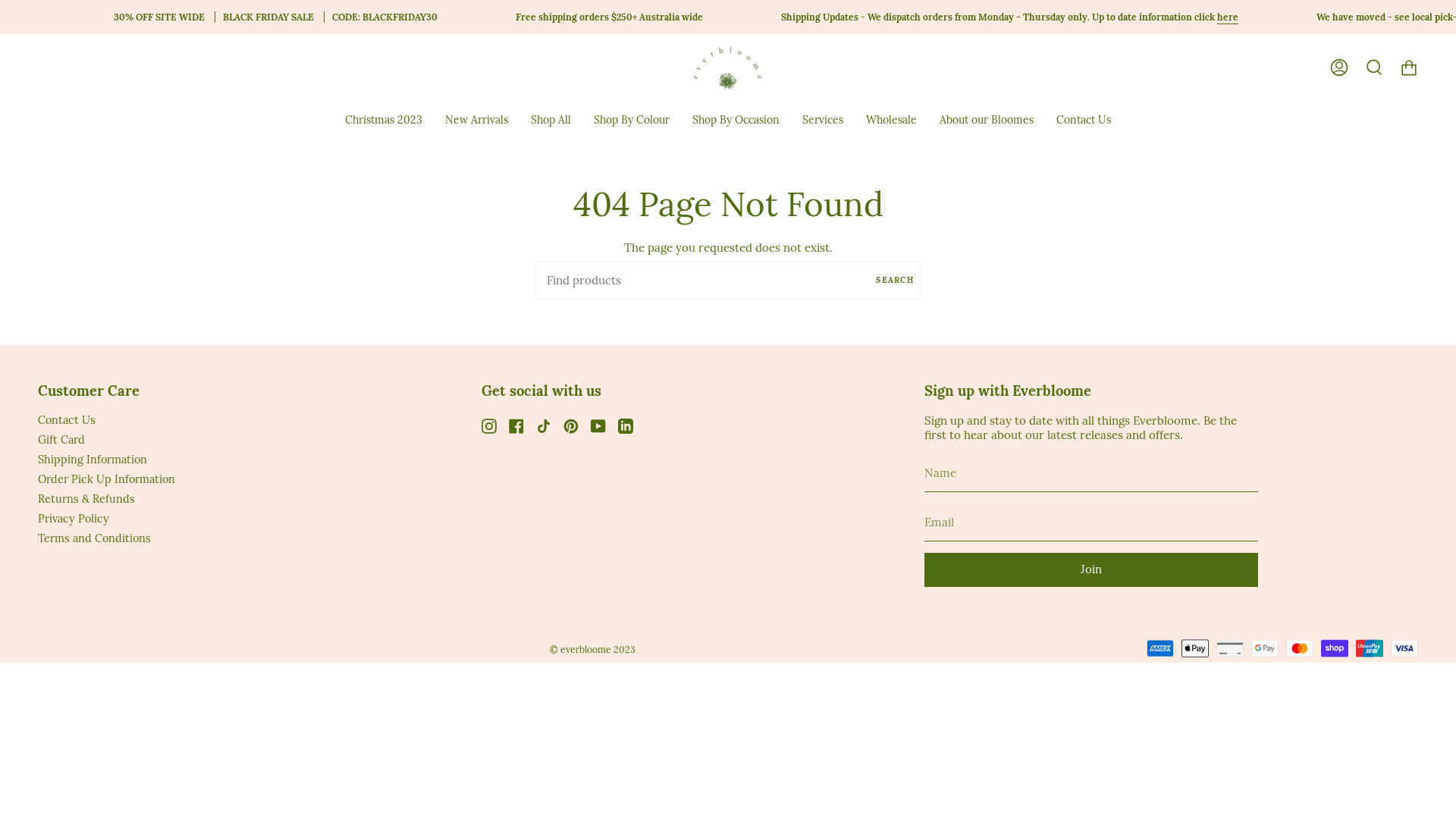 This screenshot has width=1456, height=819. Describe the element at coordinates (789, 119) in the screenshot. I see `'Services'` at that location.